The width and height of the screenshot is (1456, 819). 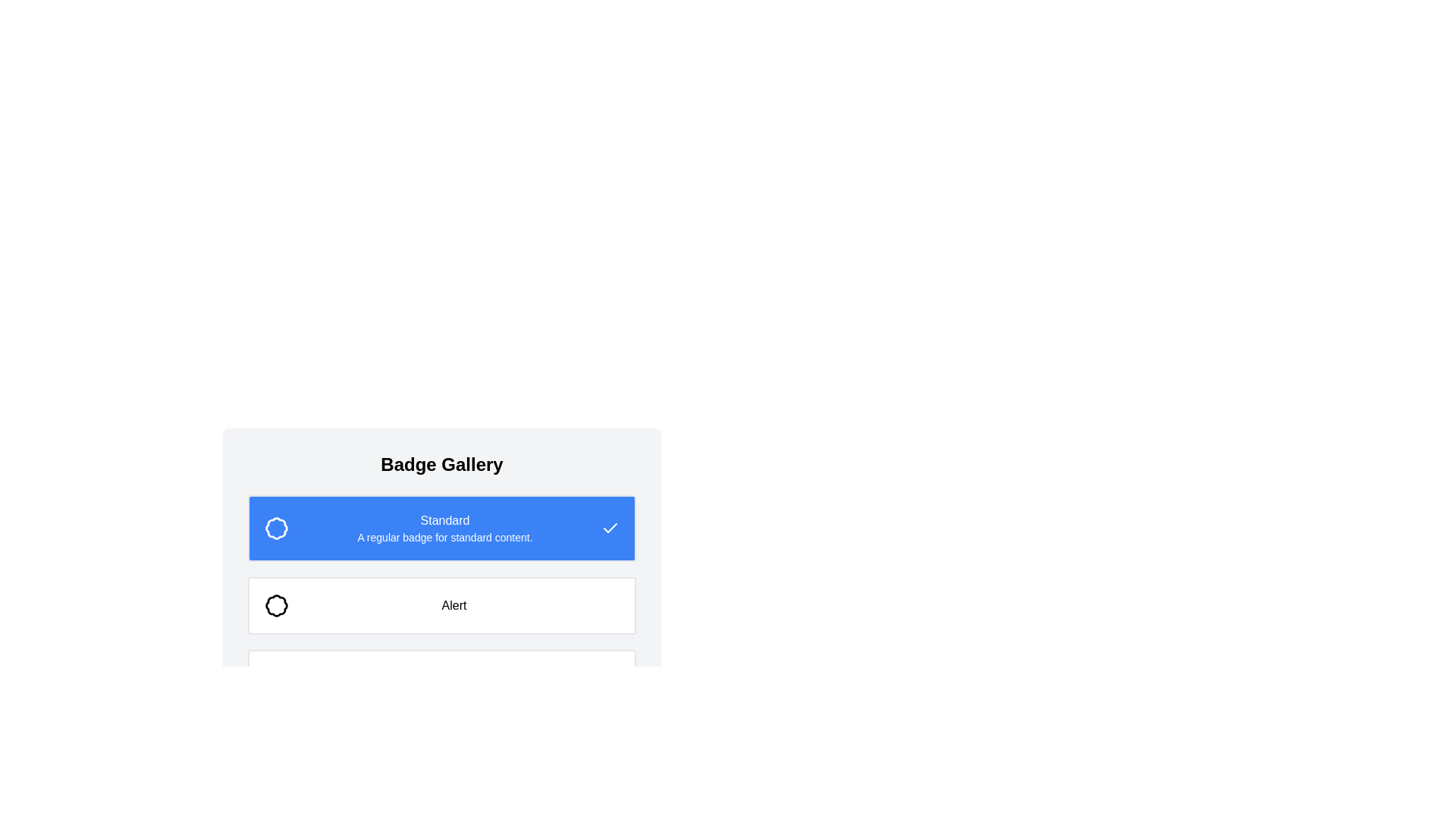 I want to click on the alert icon located on the left side of the 'Alert' row to trigger a tooltip or effect, so click(x=276, y=604).